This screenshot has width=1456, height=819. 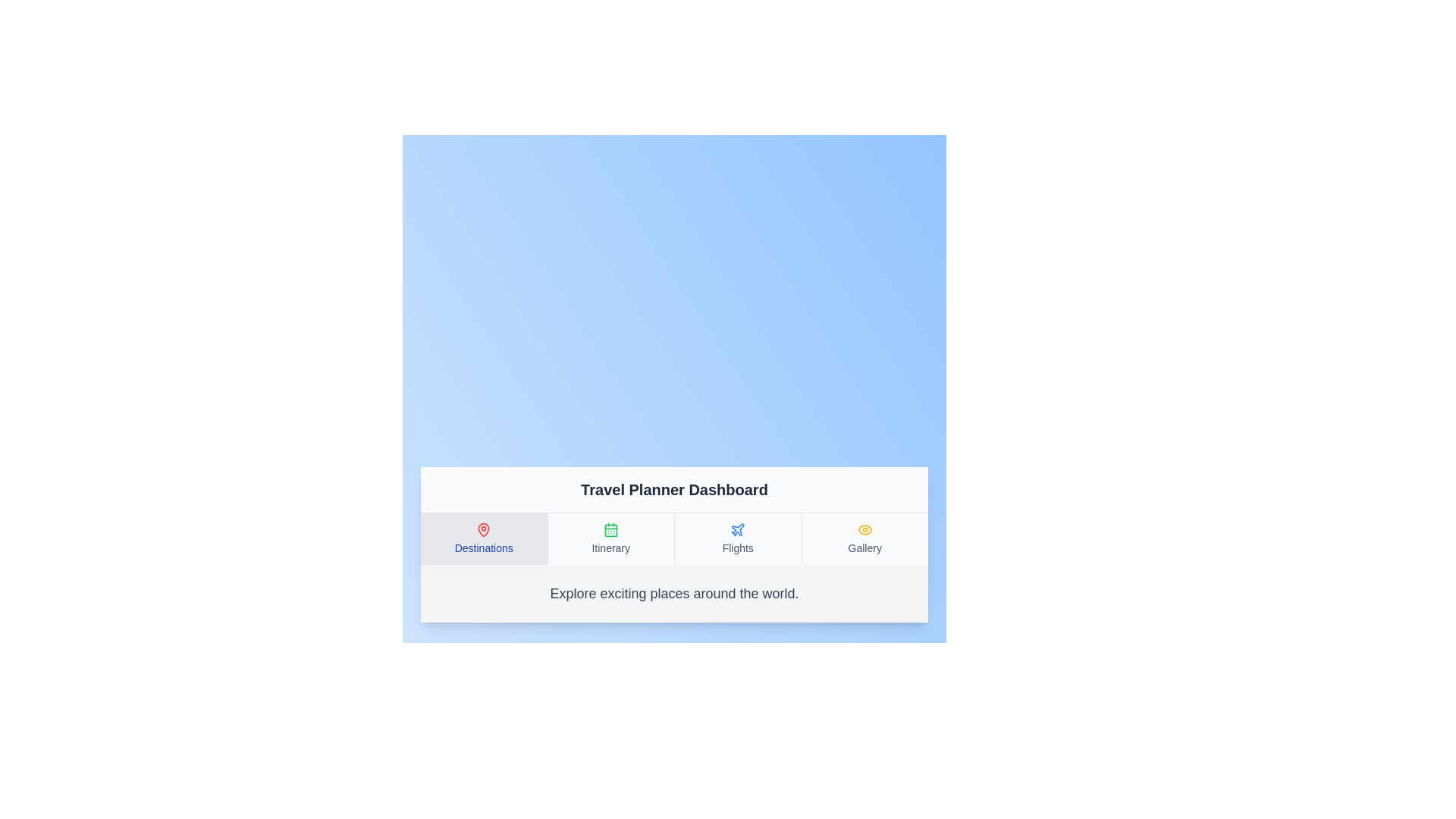 What do you see at coordinates (610, 548) in the screenshot?
I see `the 'Itinerary' text label located centrally in the menu bar, which serves as a title for the itinerary section and is positioned between the 'Destinations' and 'Flights' tabs` at bounding box center [610, 548].